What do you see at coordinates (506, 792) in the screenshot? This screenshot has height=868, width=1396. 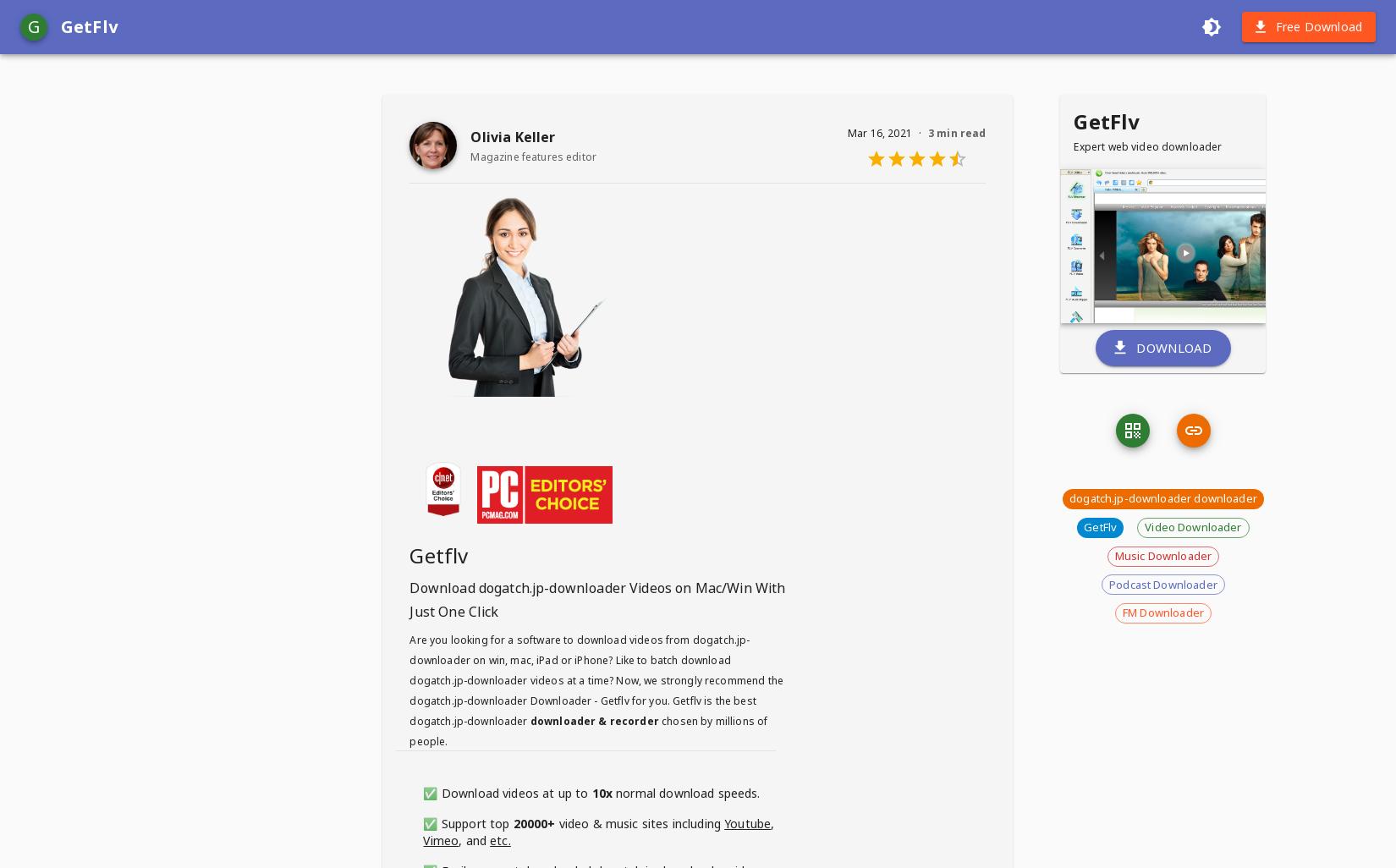 I see `'✅ Download videos at up to'` at bounding box center [506, 792].